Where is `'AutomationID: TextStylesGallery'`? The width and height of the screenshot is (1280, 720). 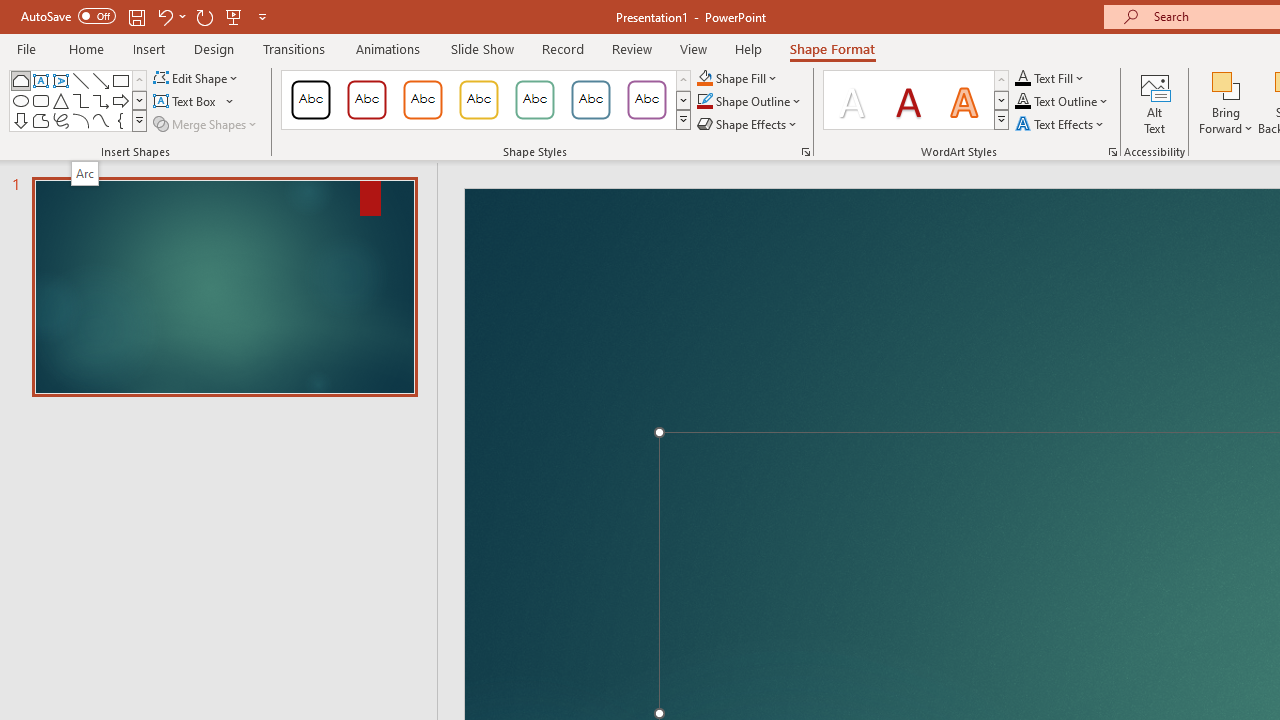 'AutomationID: TextStylesGallery' is located at coordinates (916, 100).